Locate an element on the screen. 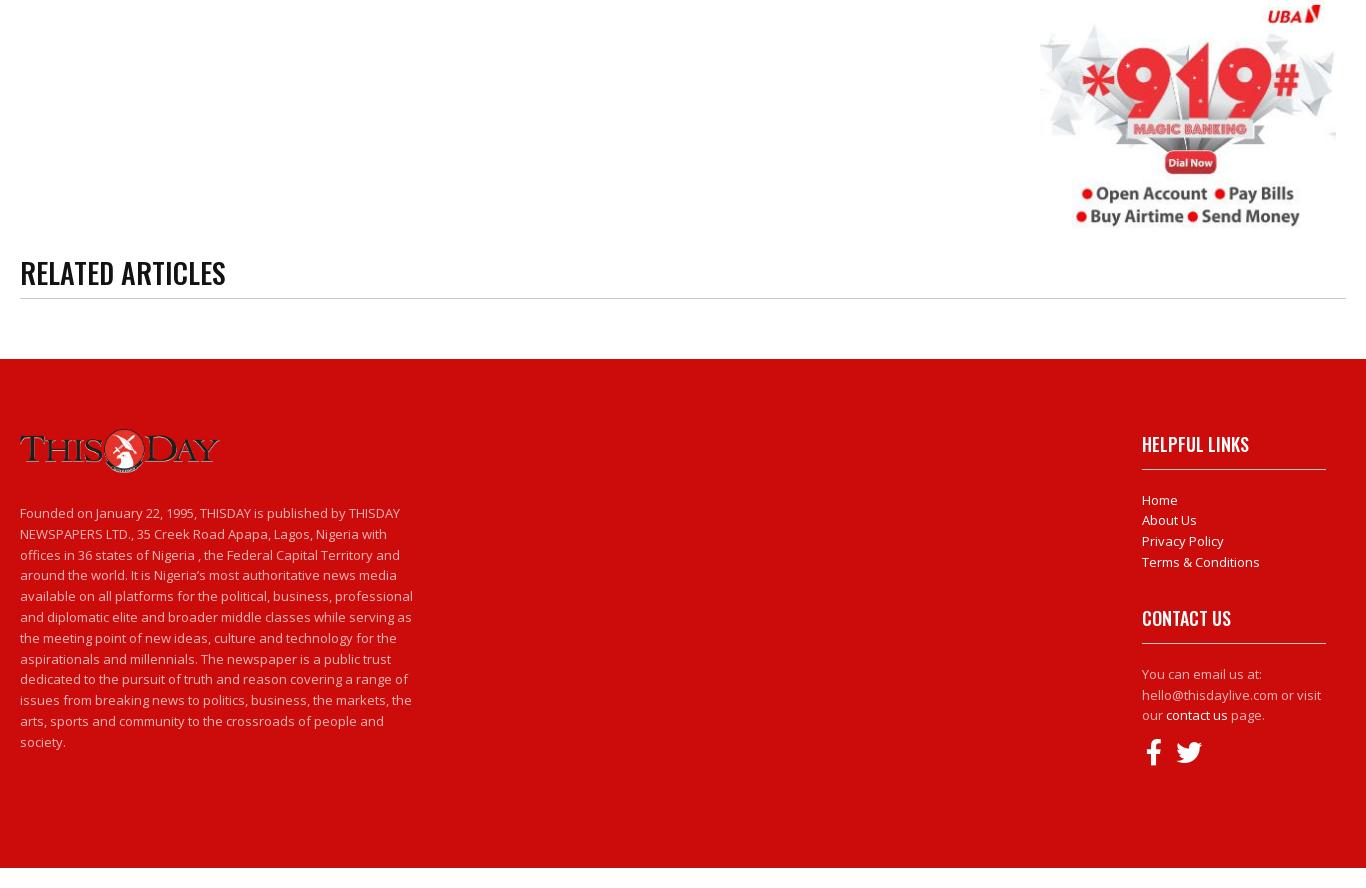 The height and width of the screenshot is (888, 1366). 'page.' is located at coordinates (1245, 715).